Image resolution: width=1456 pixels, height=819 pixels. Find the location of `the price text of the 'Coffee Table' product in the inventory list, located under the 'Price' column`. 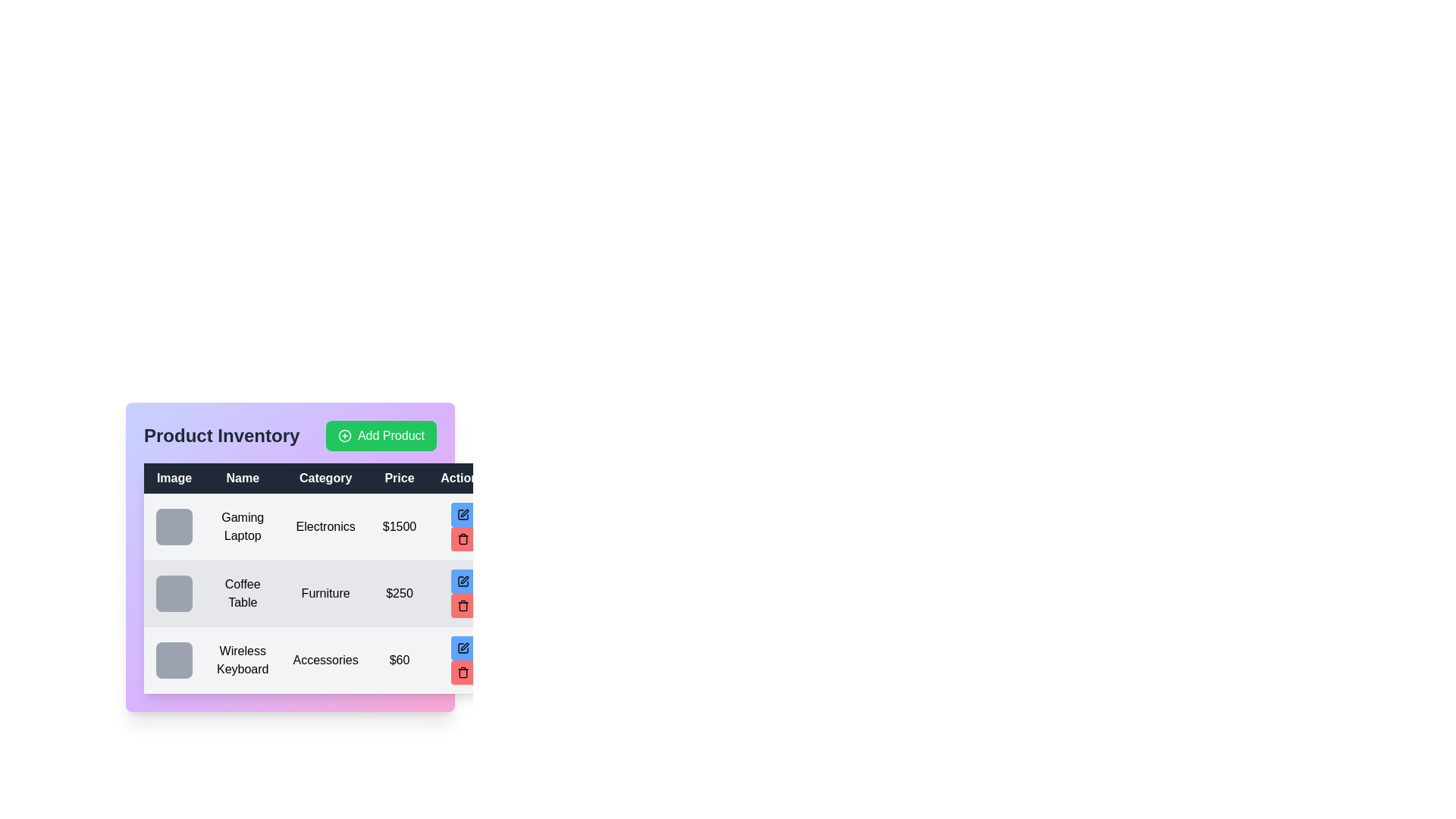

the price text of the 'Coffee Table' product in the inventory list, located under the 'Price' column is located at coordinates (400, 593).